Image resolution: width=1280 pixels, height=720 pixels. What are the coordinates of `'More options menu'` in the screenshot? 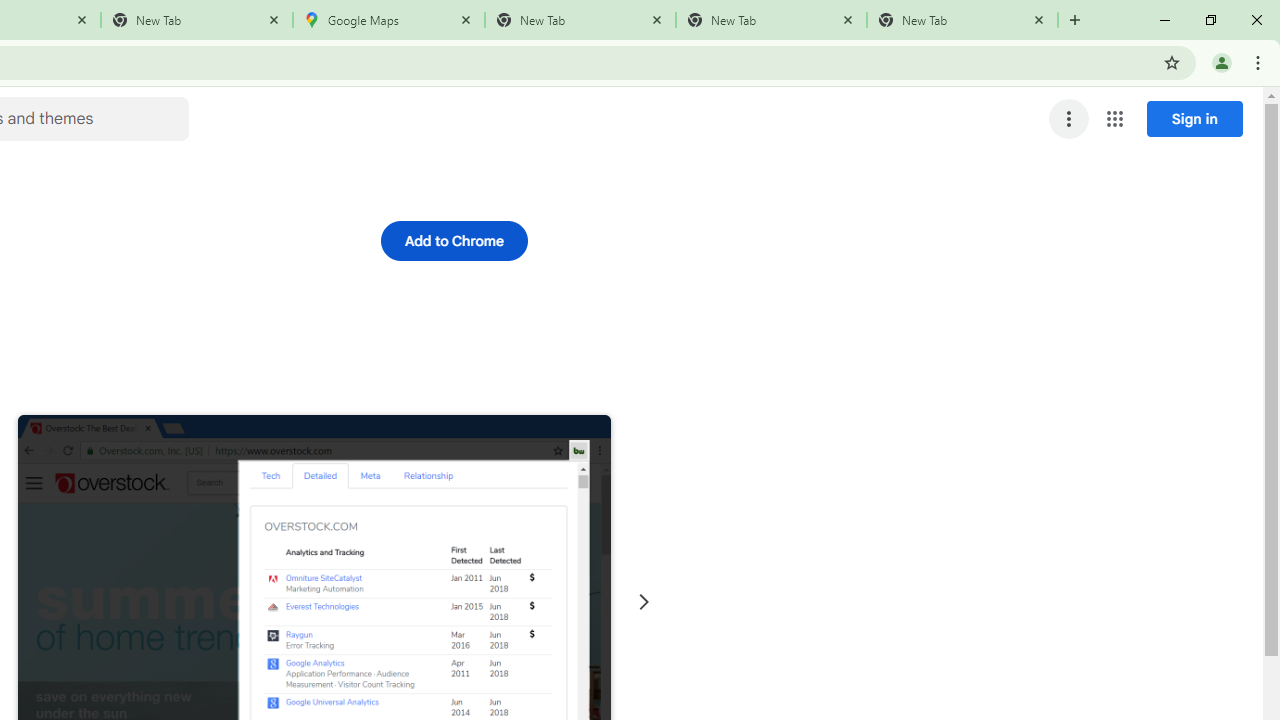 It's located at (1068, 119).